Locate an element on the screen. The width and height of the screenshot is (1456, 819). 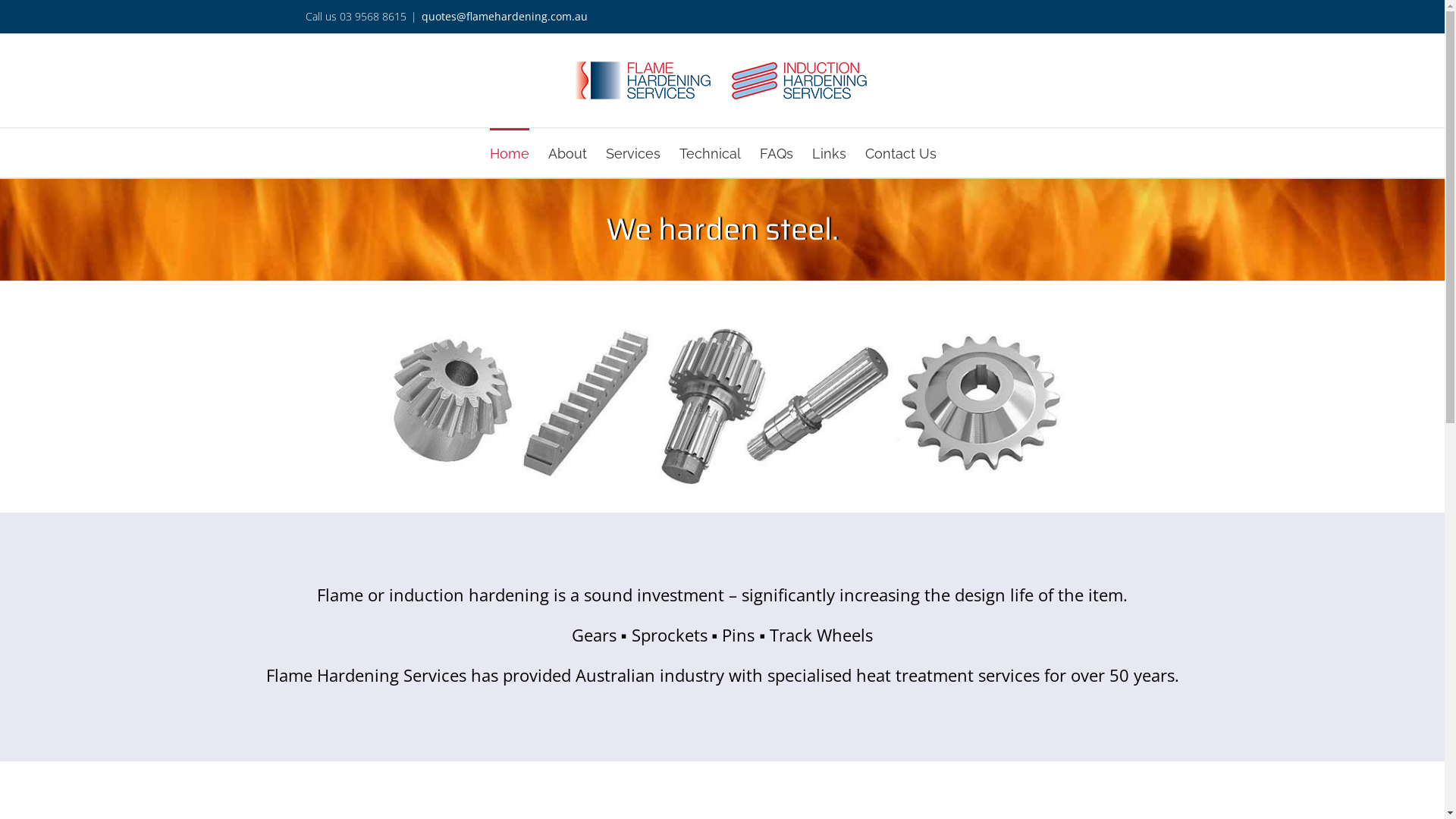
'quotes@flamehardening.com.au' is located at coordinates (504, 16).